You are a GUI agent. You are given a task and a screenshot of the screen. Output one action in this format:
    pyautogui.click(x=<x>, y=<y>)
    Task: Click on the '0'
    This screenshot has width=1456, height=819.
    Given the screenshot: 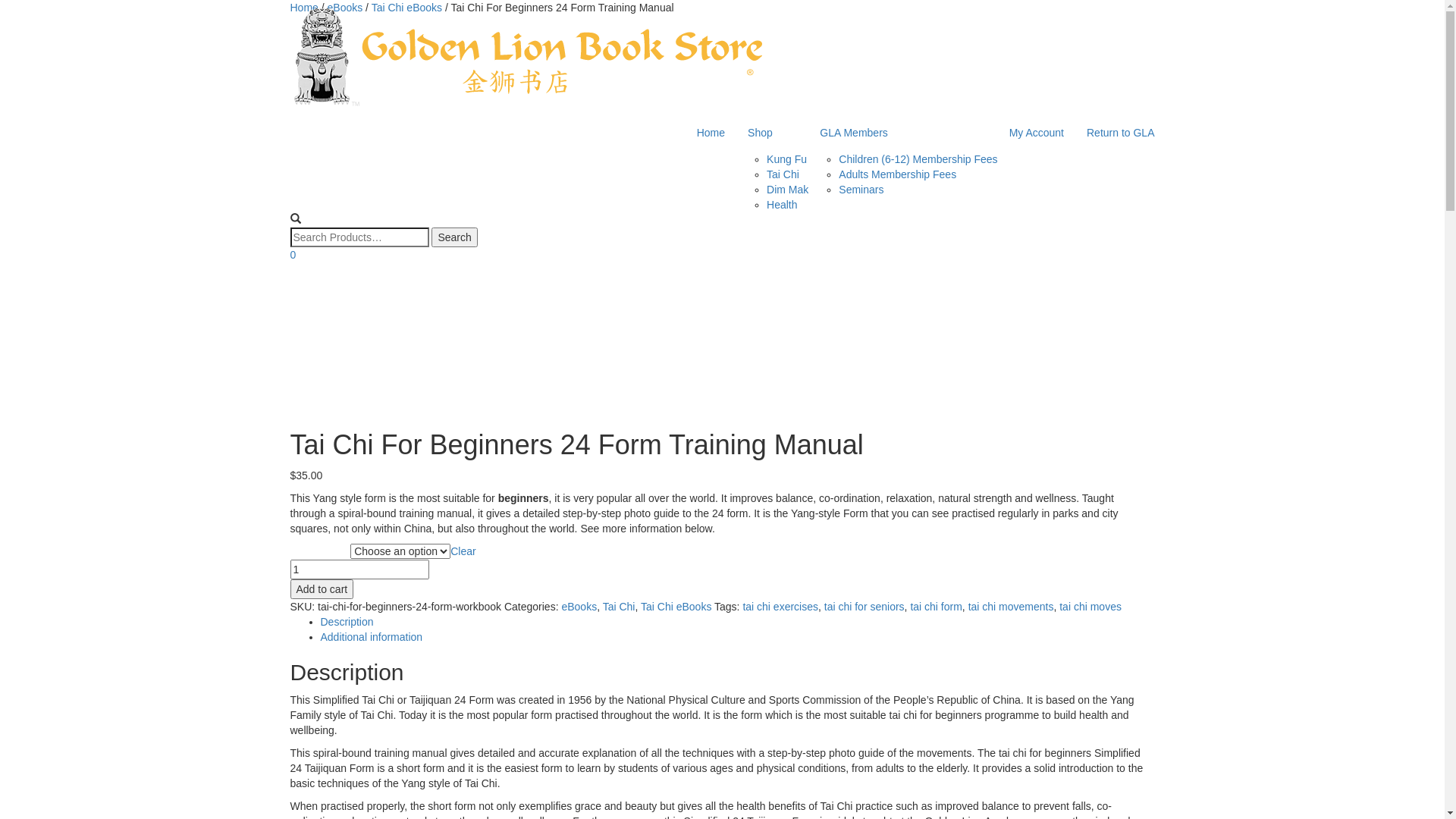 What is the action you would take?
    pyautogui.click(x=292, y=253)
    